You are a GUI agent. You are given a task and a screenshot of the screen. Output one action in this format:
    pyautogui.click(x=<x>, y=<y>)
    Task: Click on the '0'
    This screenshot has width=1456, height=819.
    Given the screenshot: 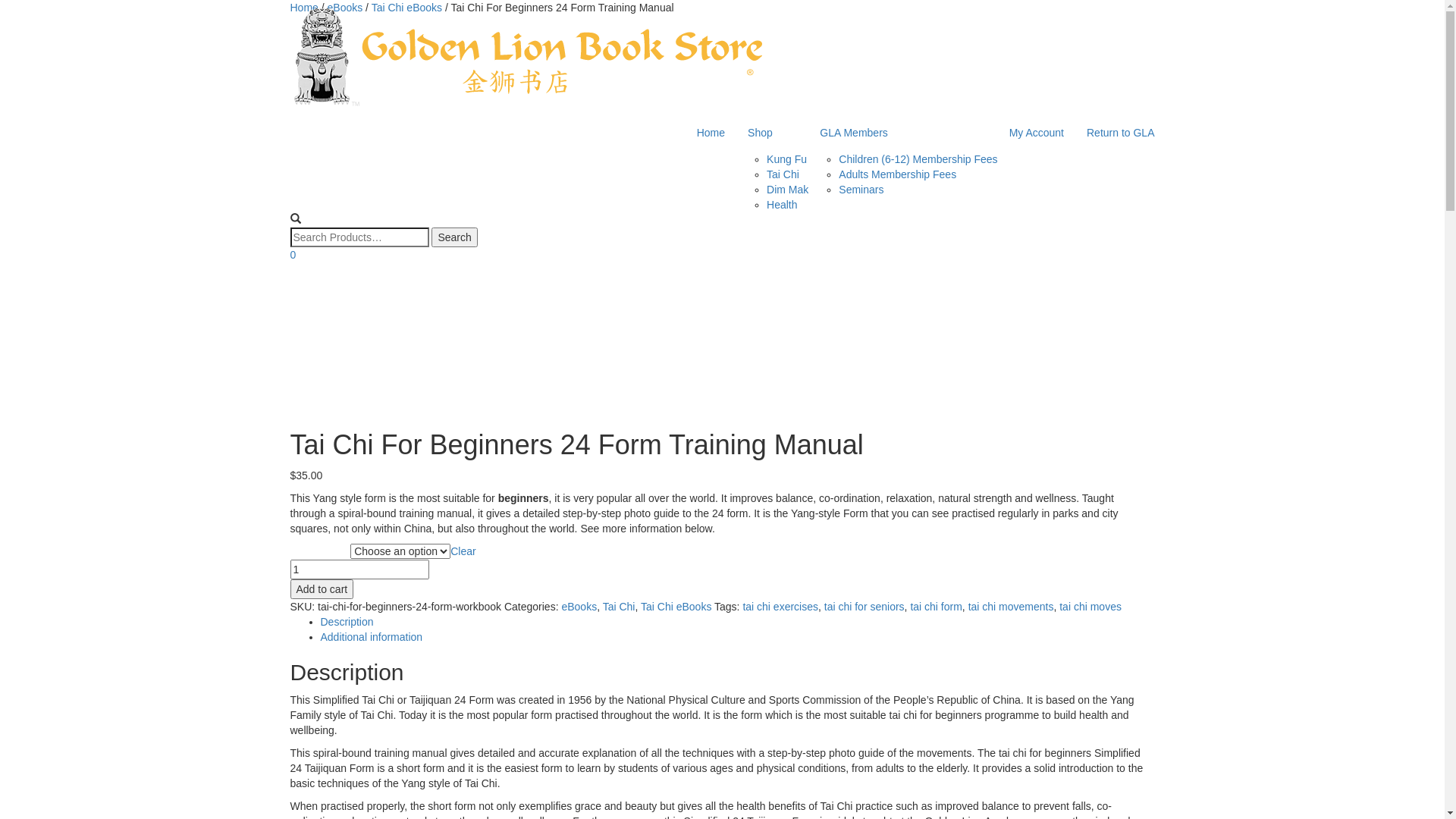 What is the action you would take?
    pyautogui.click(x=292, y=253)
    